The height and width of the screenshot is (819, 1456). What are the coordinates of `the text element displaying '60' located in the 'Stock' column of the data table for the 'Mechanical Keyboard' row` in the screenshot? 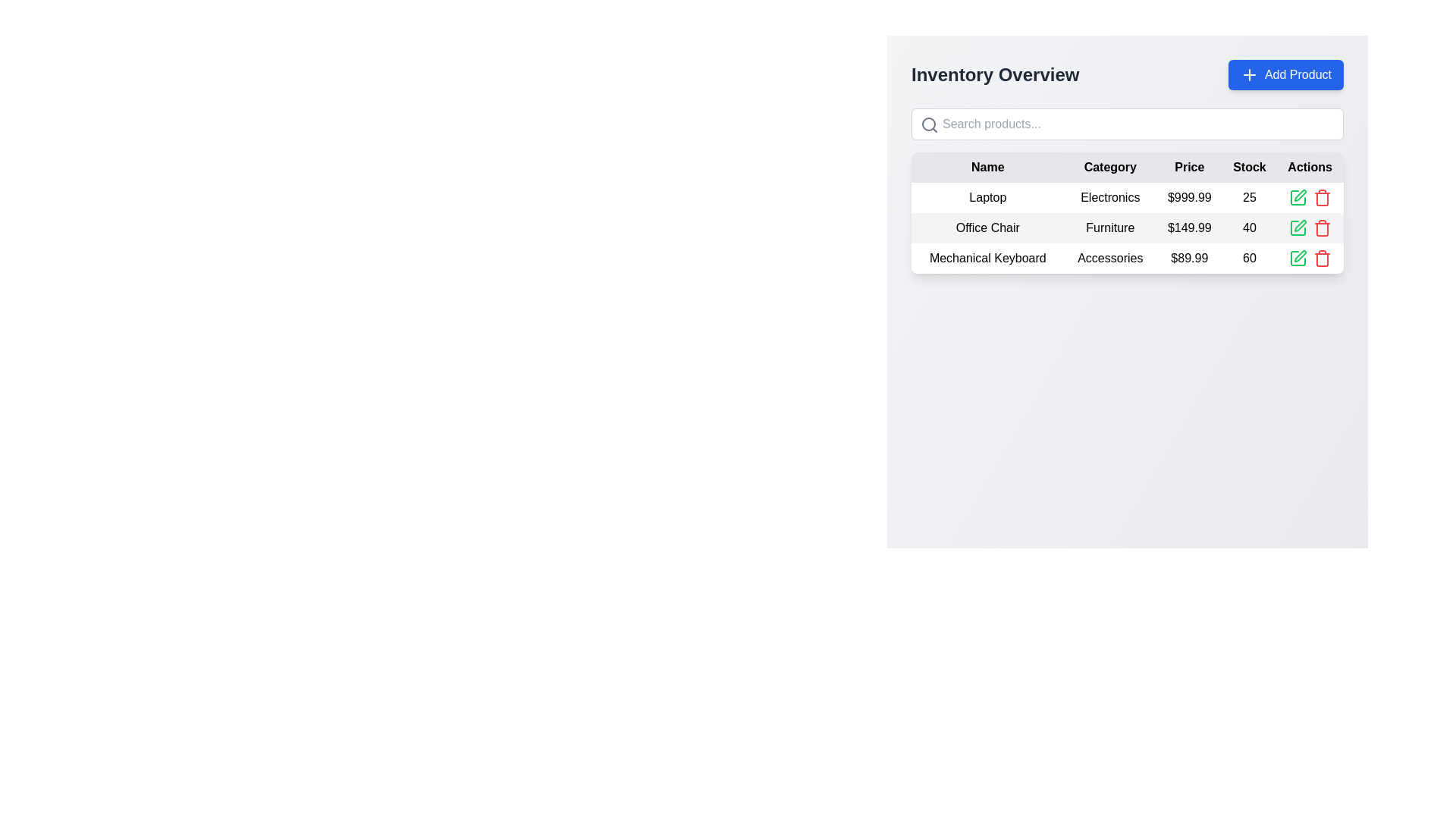 It's located at (1249, 257).